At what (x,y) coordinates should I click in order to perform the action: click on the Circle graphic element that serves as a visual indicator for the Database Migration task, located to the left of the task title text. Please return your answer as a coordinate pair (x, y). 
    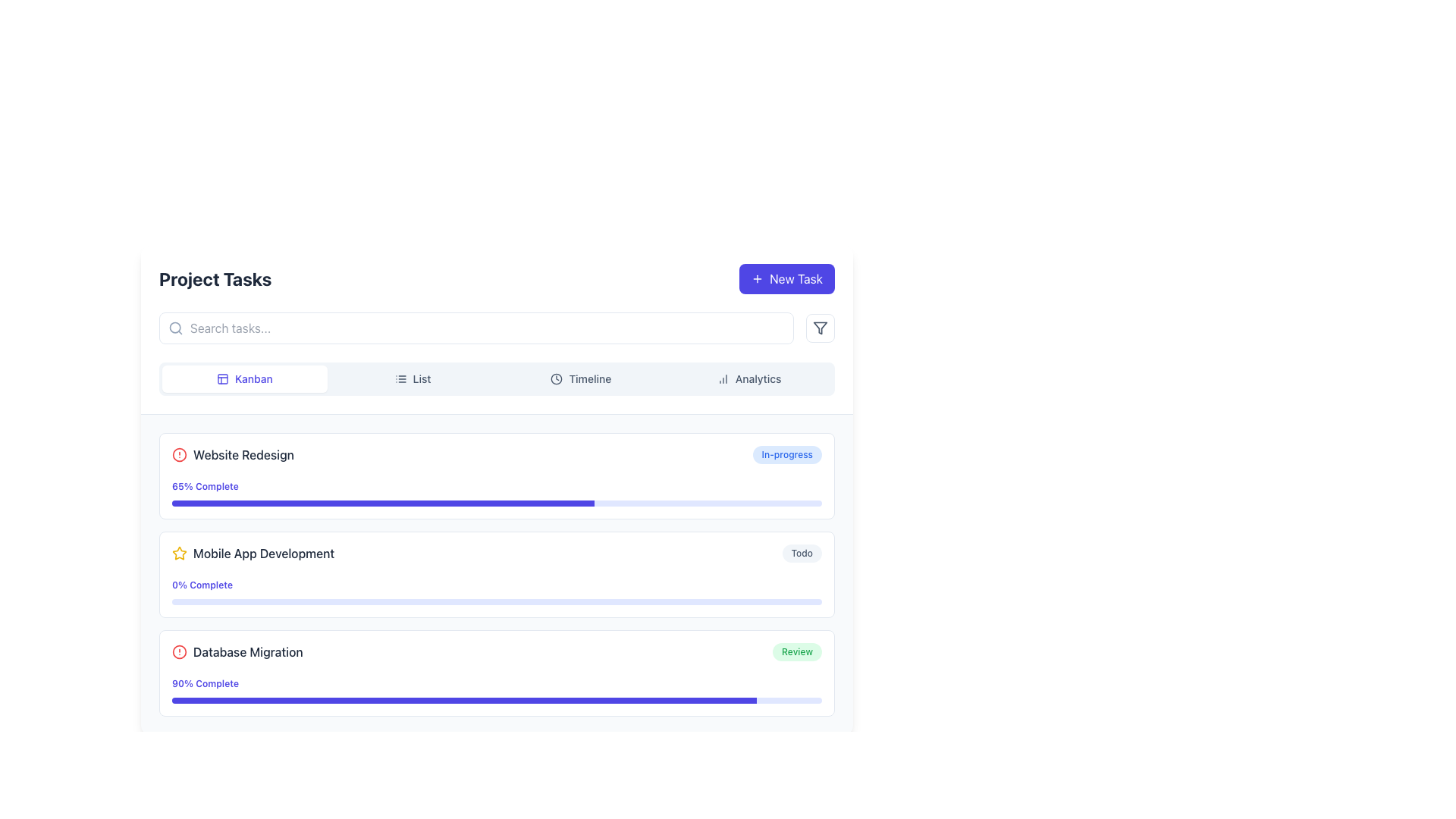
    Looking at the image, I should click on (179, 651).